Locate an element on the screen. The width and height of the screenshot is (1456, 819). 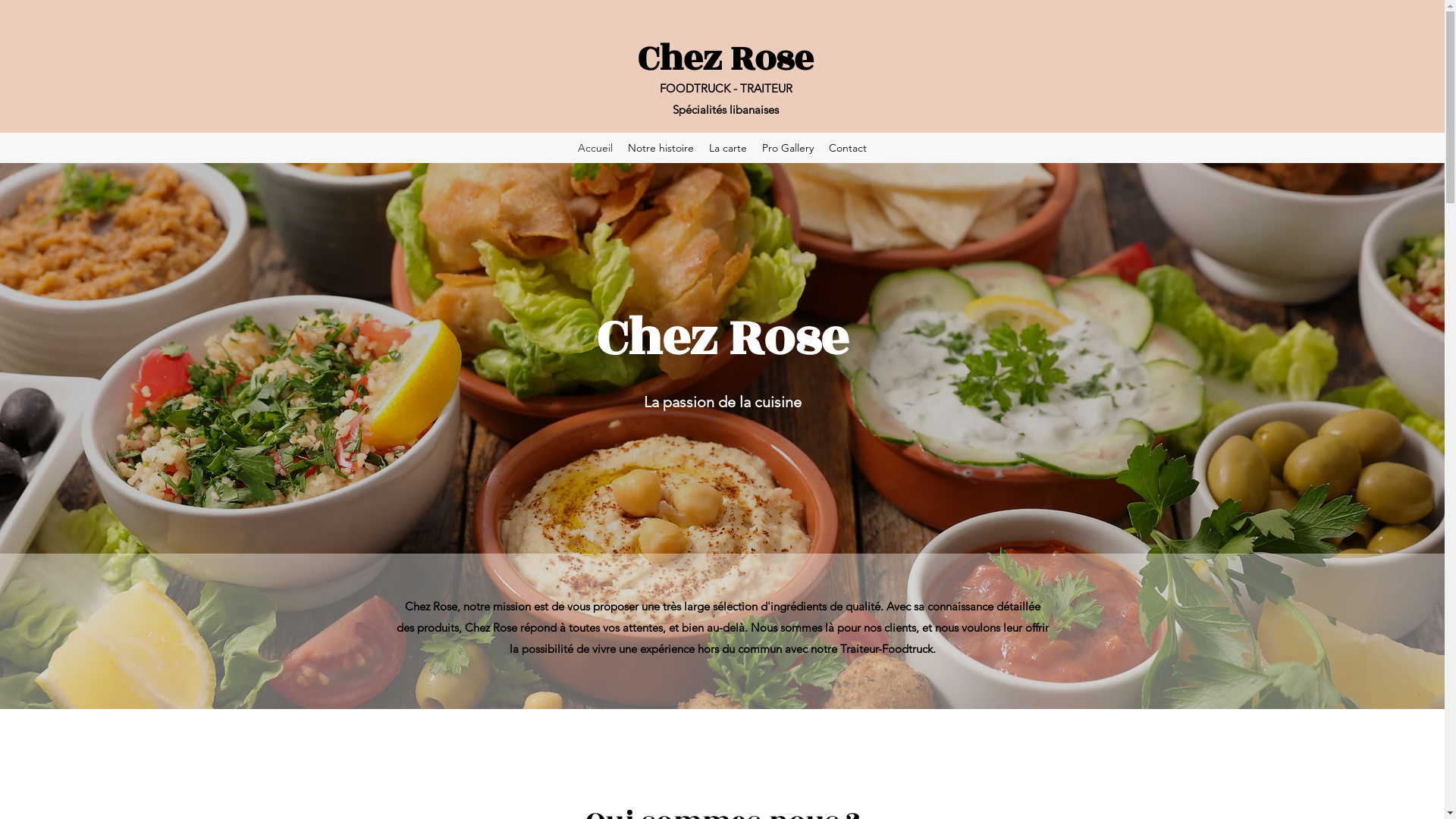
'Contact' is located at coordinates (821, 148).